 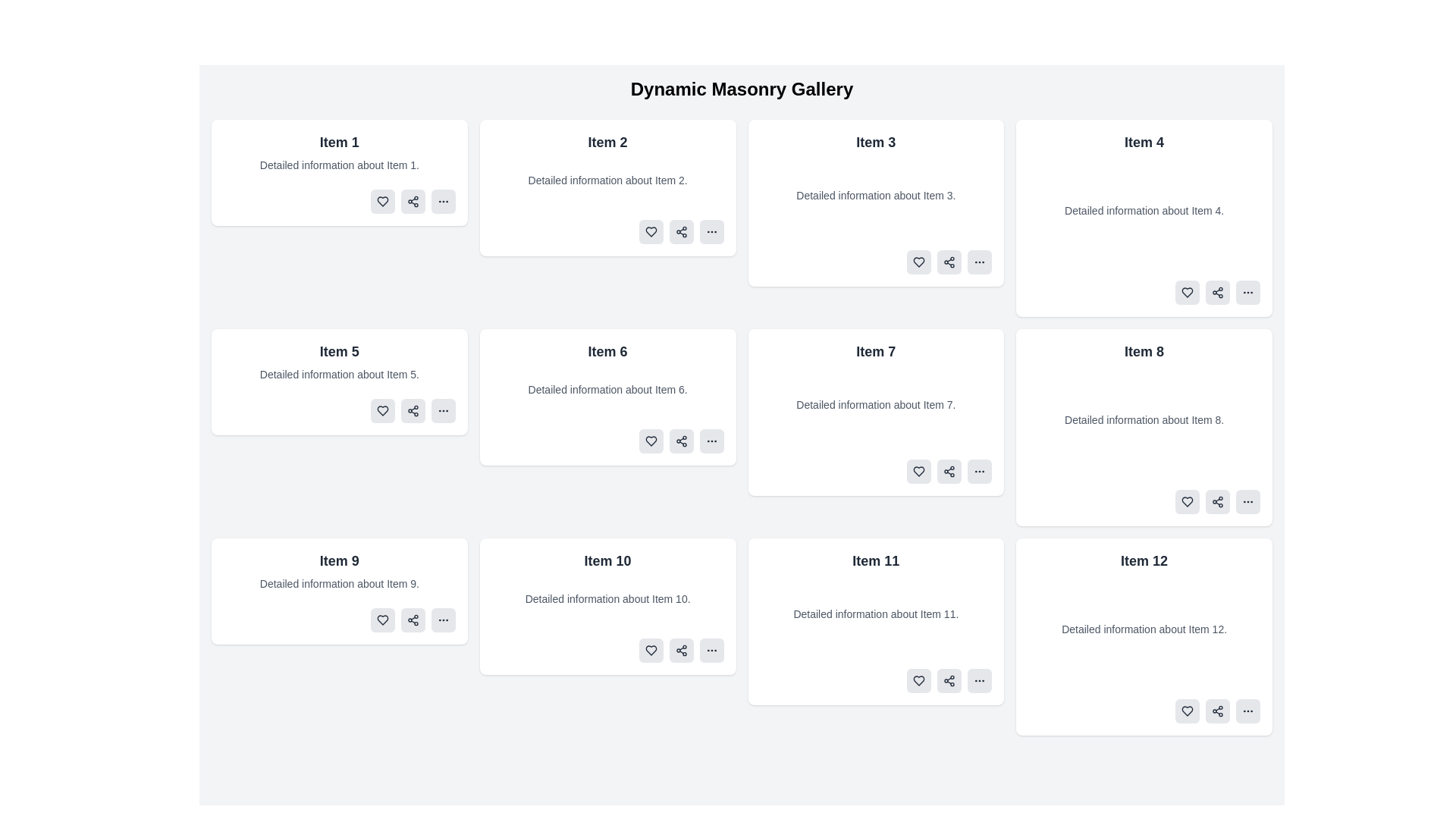 I want to click on the share icon button, which is represented by a triangular shape formed by three dots connected by two lines, located inside a rounded gray rectangle at the bottom-right corner of the 'Item 5' card in the masonry grid layout, so click(x=413, y=411).